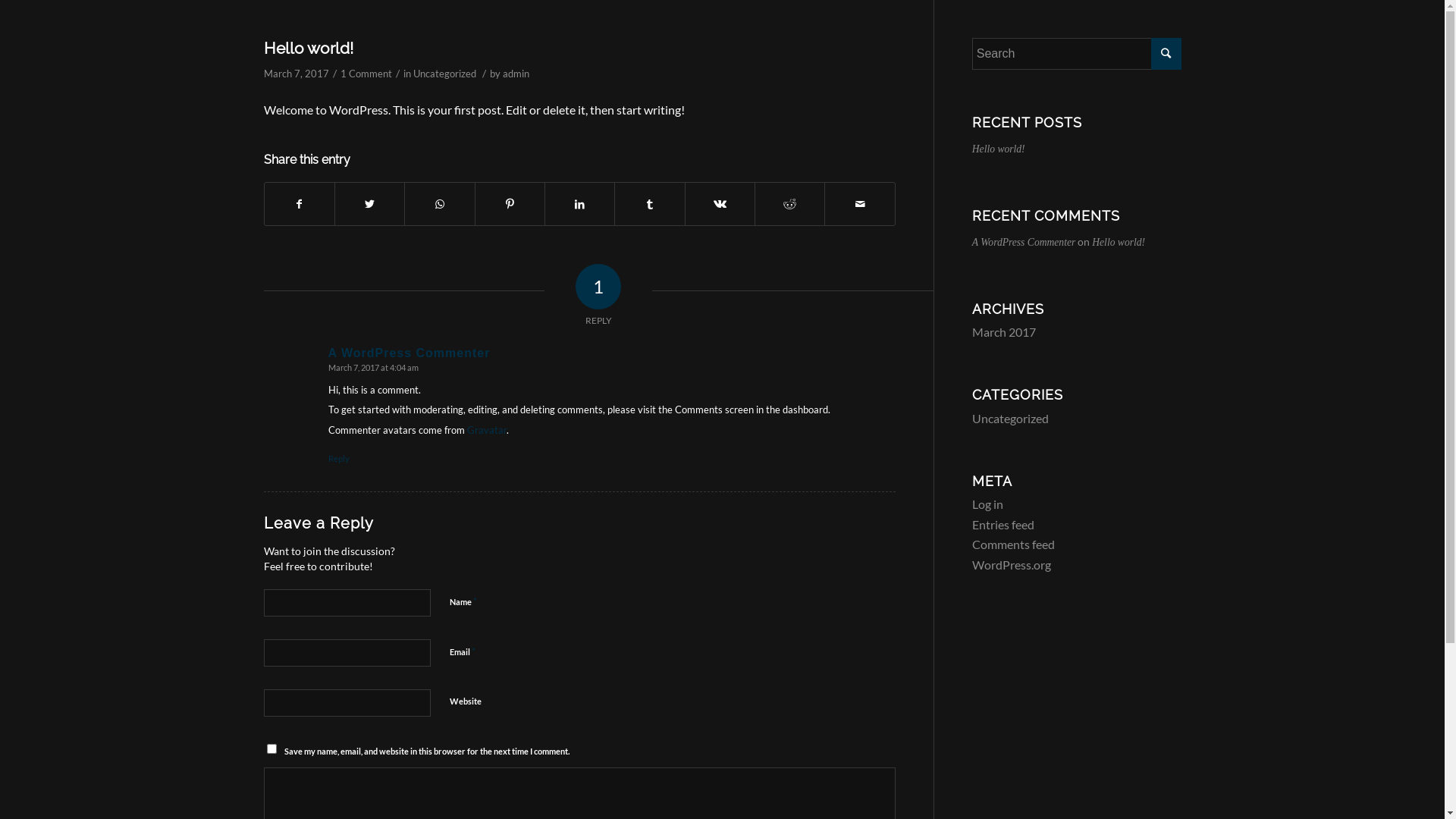  What do you see at coordinates (263, 47) in the screenshot?
I see `'Hello world!'` at bounding box center [263, 47].